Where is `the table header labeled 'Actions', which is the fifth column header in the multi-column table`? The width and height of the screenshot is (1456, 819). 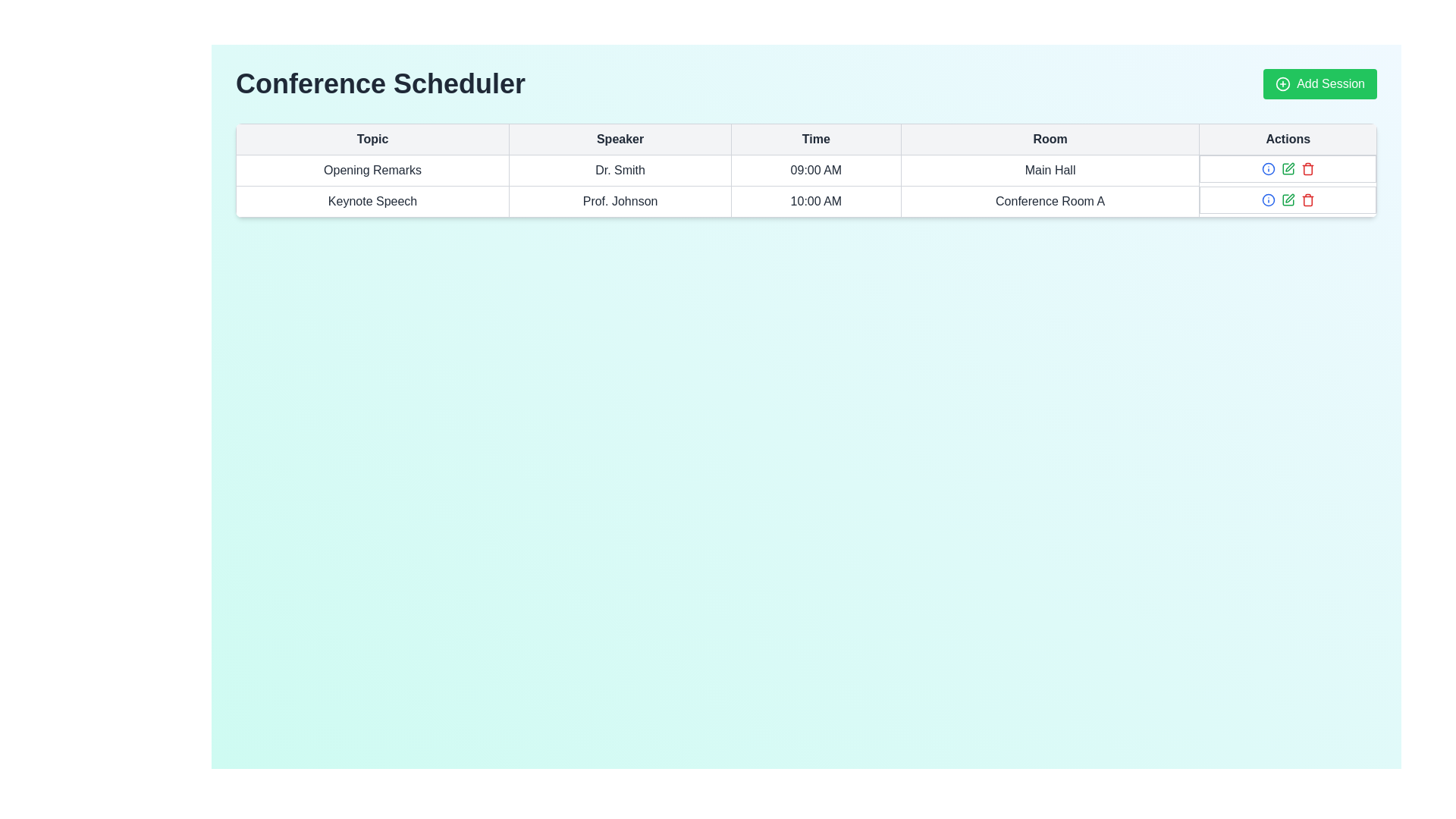 the table header labeled 'Actions', which is the fifth column header in the multi-column table is located at coordinates (1287, 140).